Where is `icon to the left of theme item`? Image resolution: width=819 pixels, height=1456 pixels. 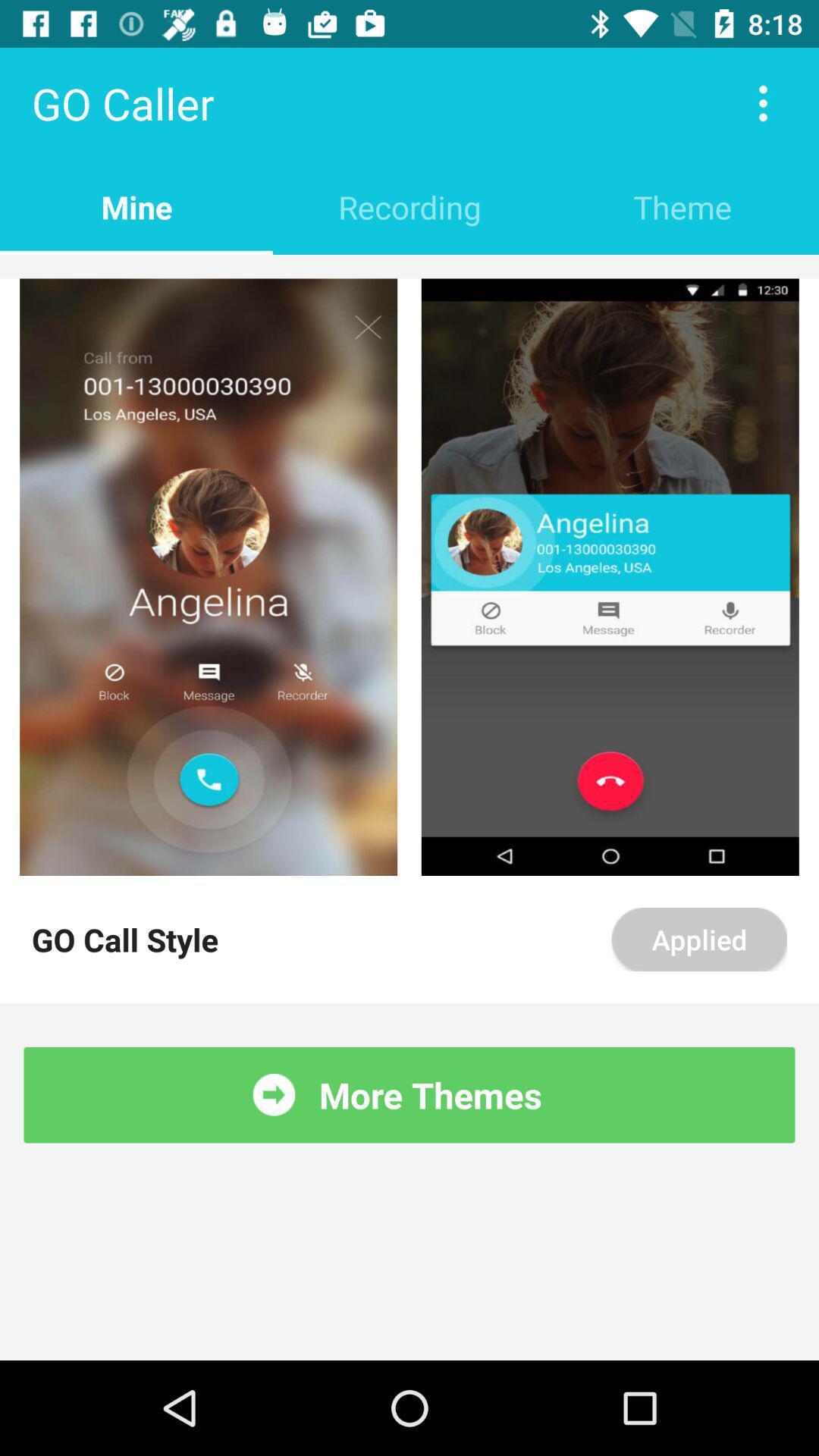
icon to the left of theme item is located at coordinates (409, 206).